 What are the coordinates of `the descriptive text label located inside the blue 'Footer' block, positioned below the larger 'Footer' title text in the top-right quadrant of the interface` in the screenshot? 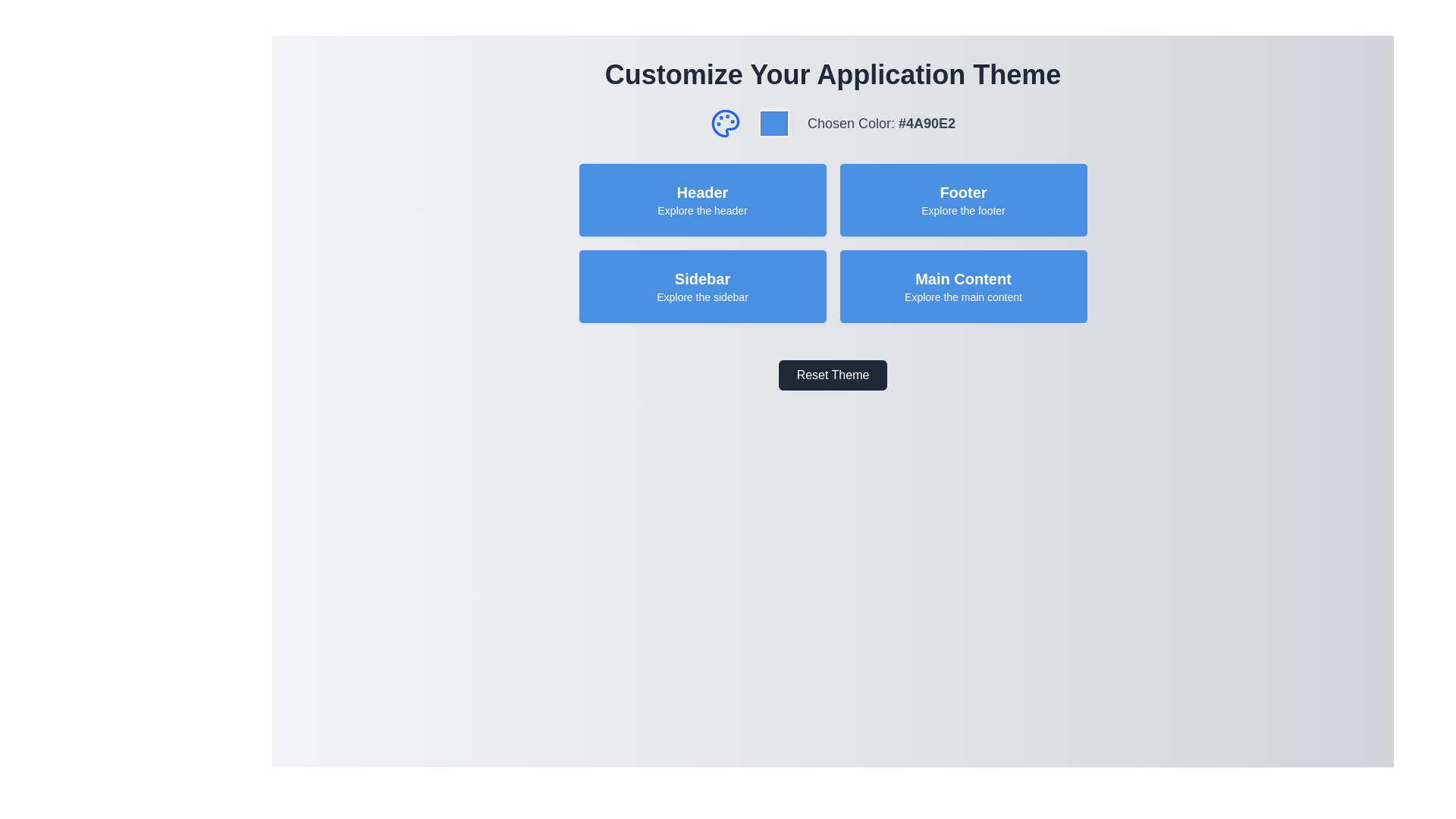 It's located at (962, 210).